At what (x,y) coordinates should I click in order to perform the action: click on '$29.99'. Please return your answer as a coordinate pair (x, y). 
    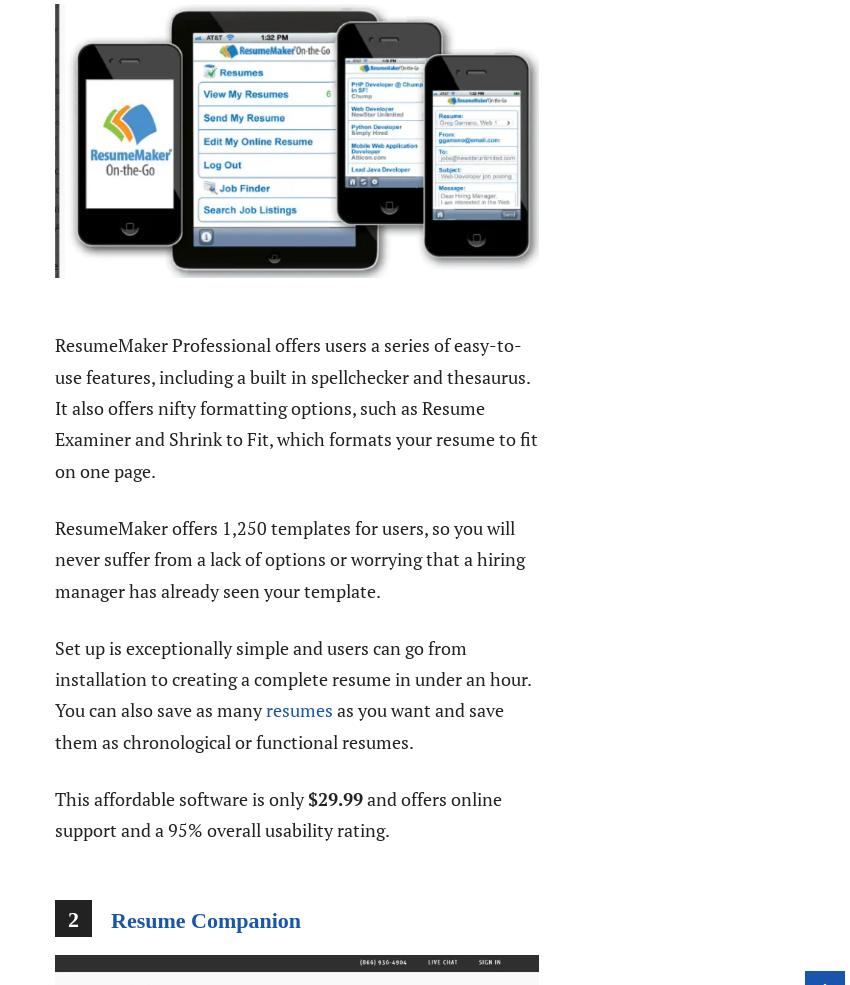
    Looking at the image, I should click on (308, 798).